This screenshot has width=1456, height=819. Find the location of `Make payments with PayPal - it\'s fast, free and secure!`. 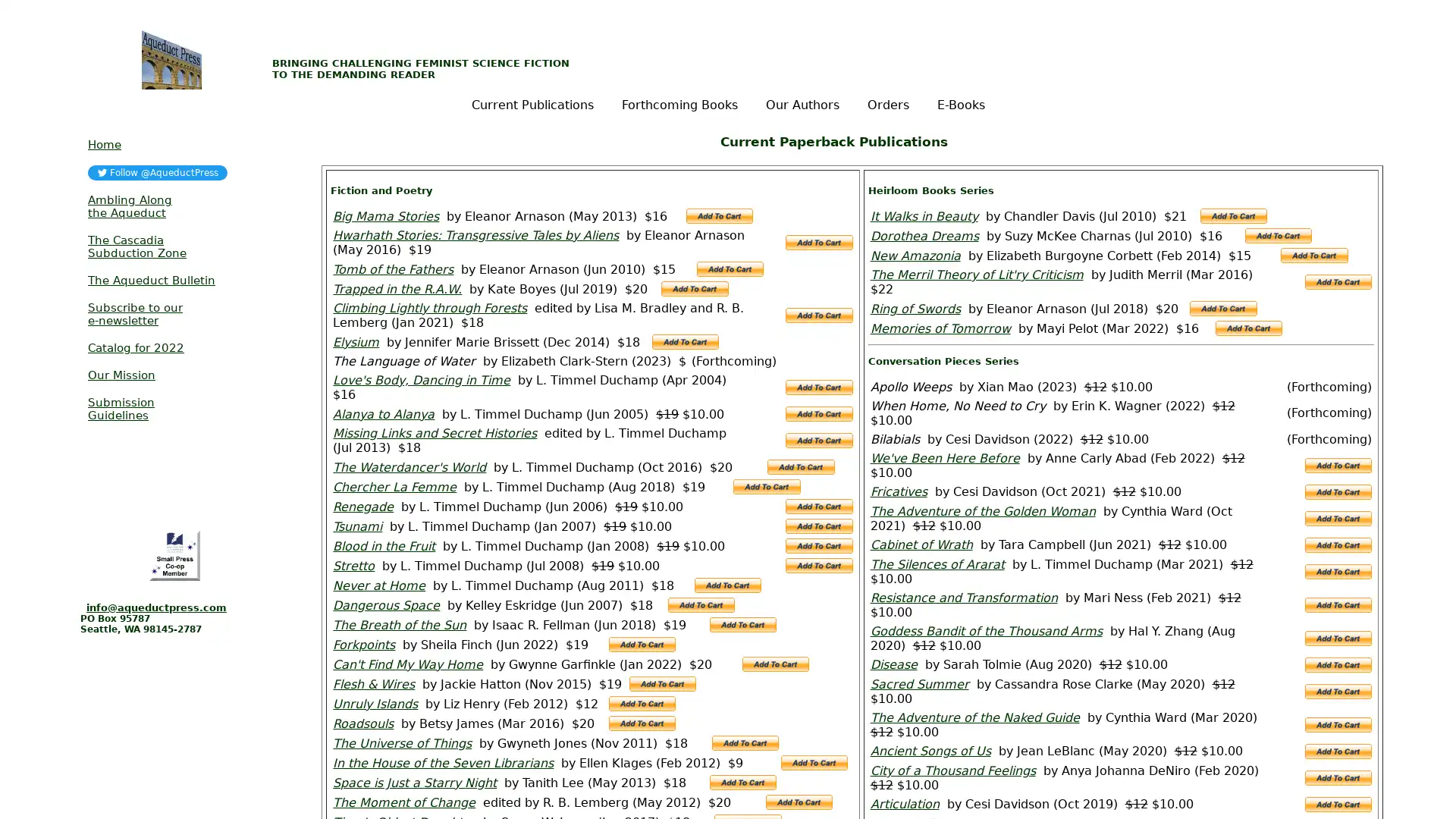

Make payments with PayPal - it\'s fast, free and secure! is located at coordinates (818, 546).